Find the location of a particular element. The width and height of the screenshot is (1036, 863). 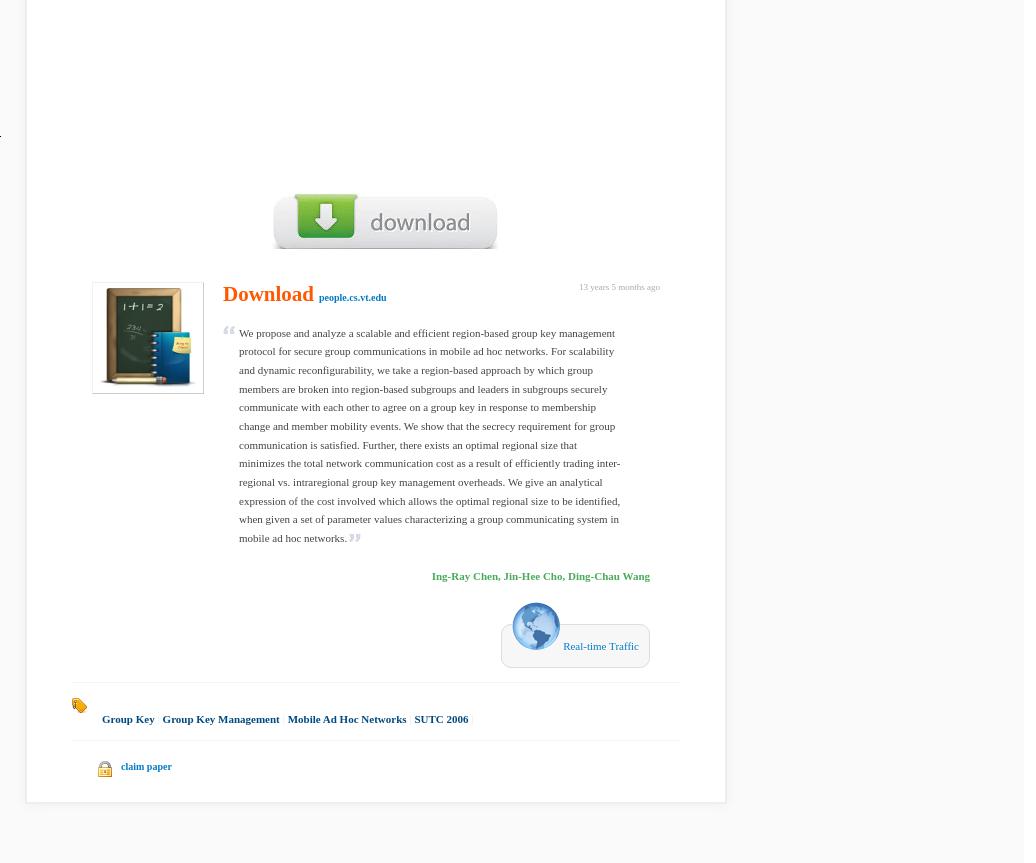

'Mobile Ad Hoc Networks' is located at coordinates (346, 718).